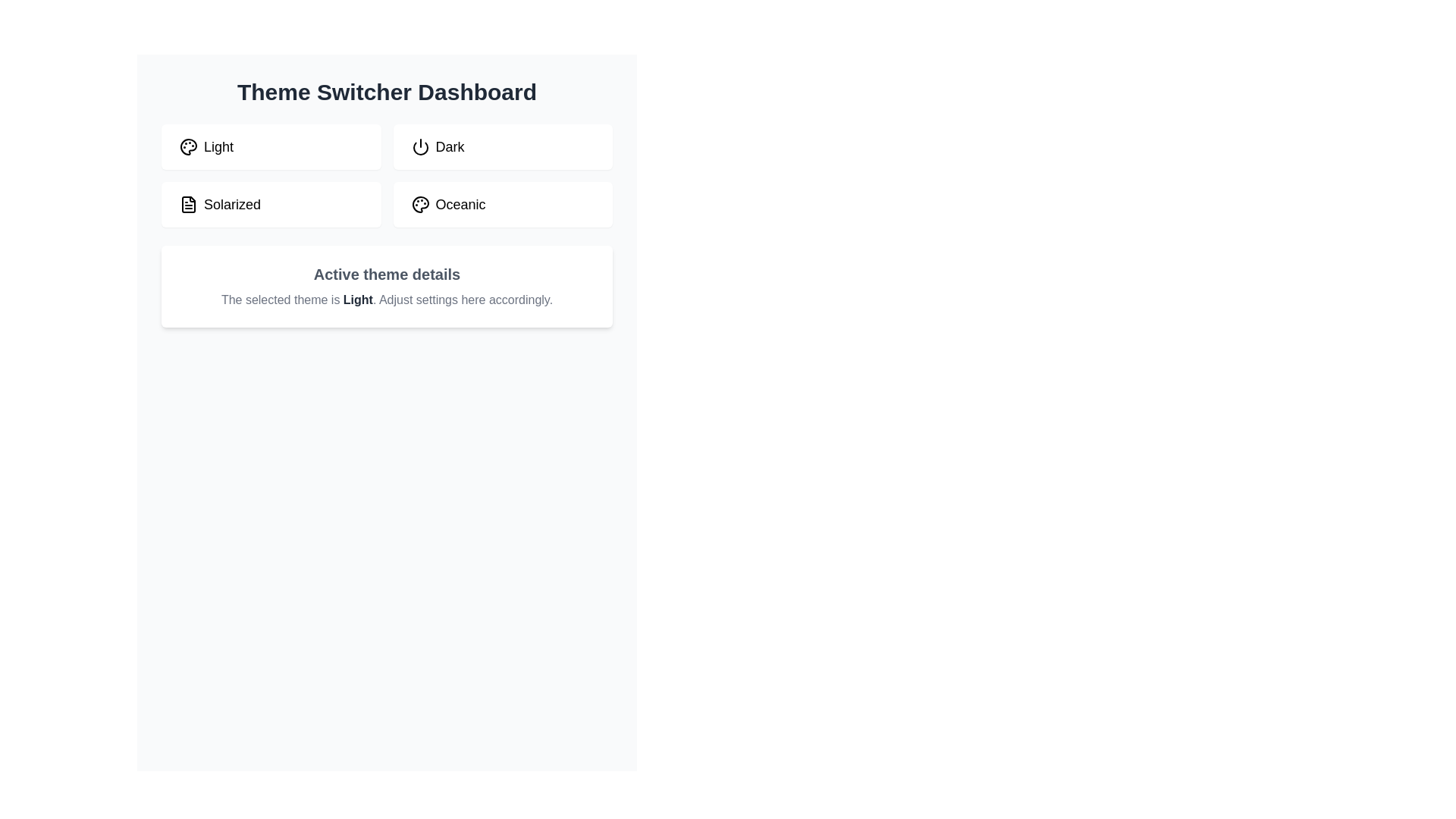  I want to click on the document or file icon styled in monochrome outline within the 'Solarized' button in the theme options grid, so click(188, 205).